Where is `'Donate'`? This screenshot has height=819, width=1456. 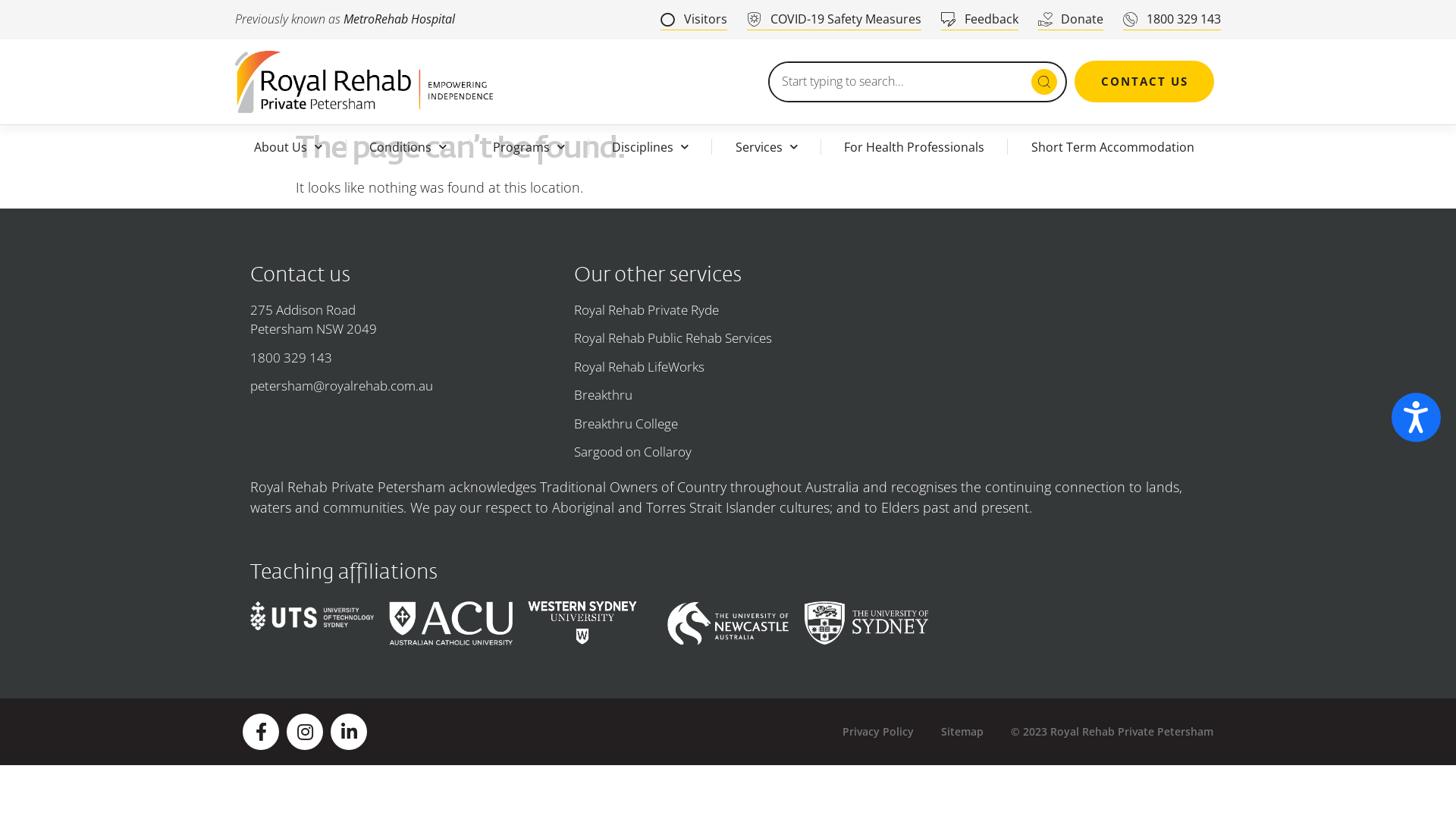
'Donate' is located at coordinates (1069, 20).